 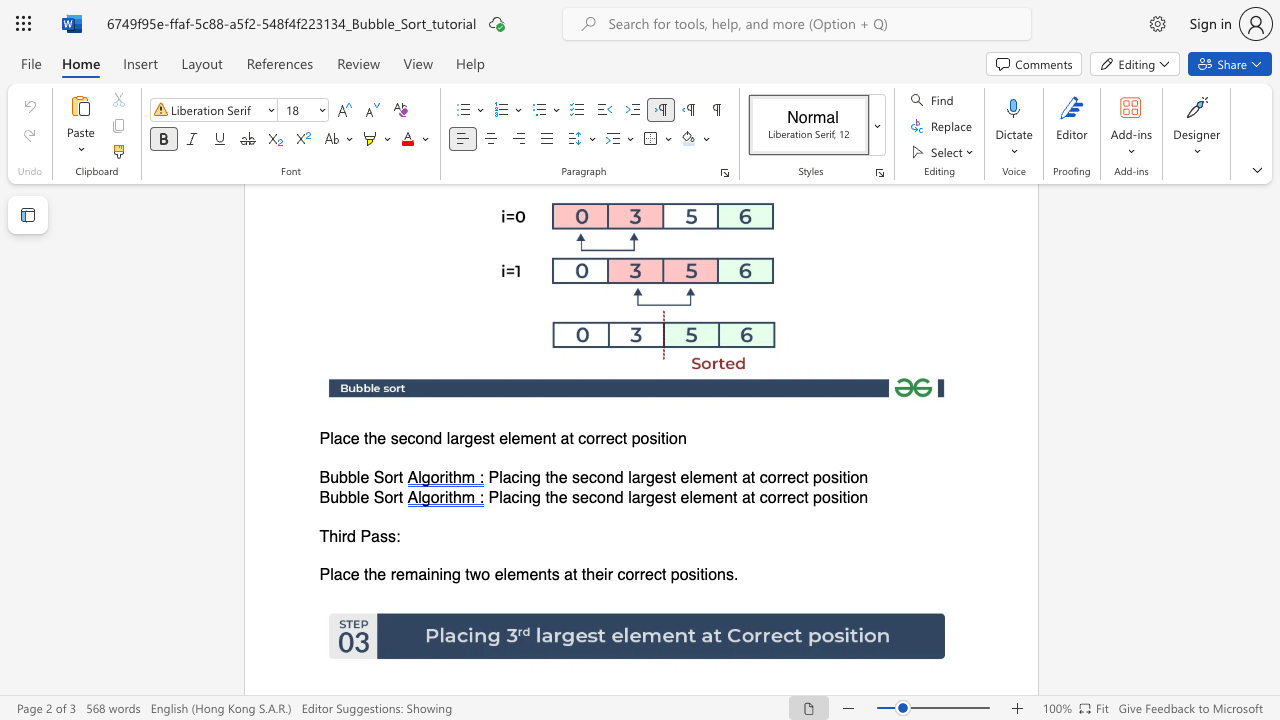 What do you see at coordinates (571, 496) in the screenshot?
I see `the subset text "seco" within the text "Placing the second largest element at correct position"` at bounding box center [571, 496].